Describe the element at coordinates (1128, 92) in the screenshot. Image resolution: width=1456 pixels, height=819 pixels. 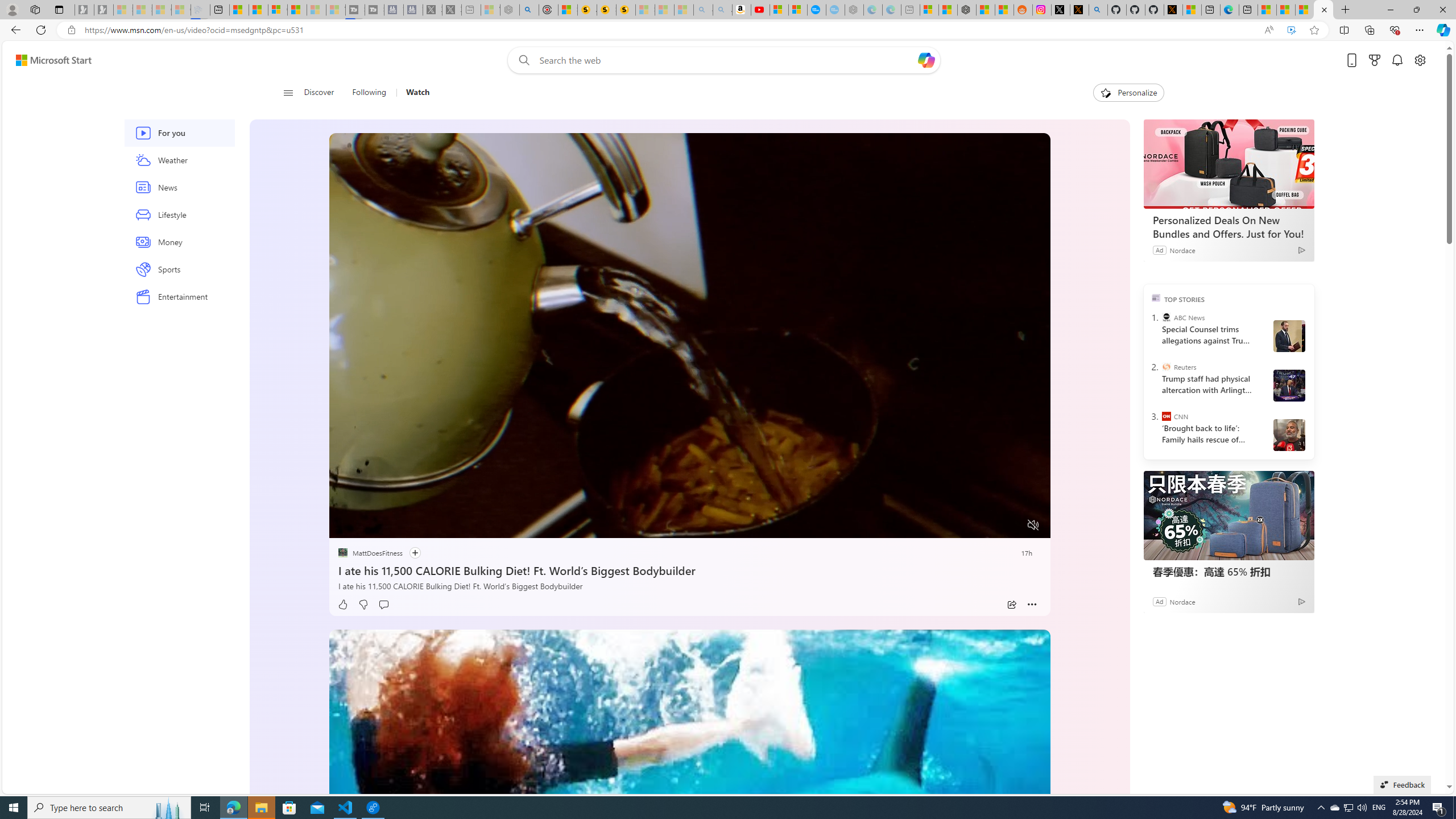
I see `'Personalize'` at that location.